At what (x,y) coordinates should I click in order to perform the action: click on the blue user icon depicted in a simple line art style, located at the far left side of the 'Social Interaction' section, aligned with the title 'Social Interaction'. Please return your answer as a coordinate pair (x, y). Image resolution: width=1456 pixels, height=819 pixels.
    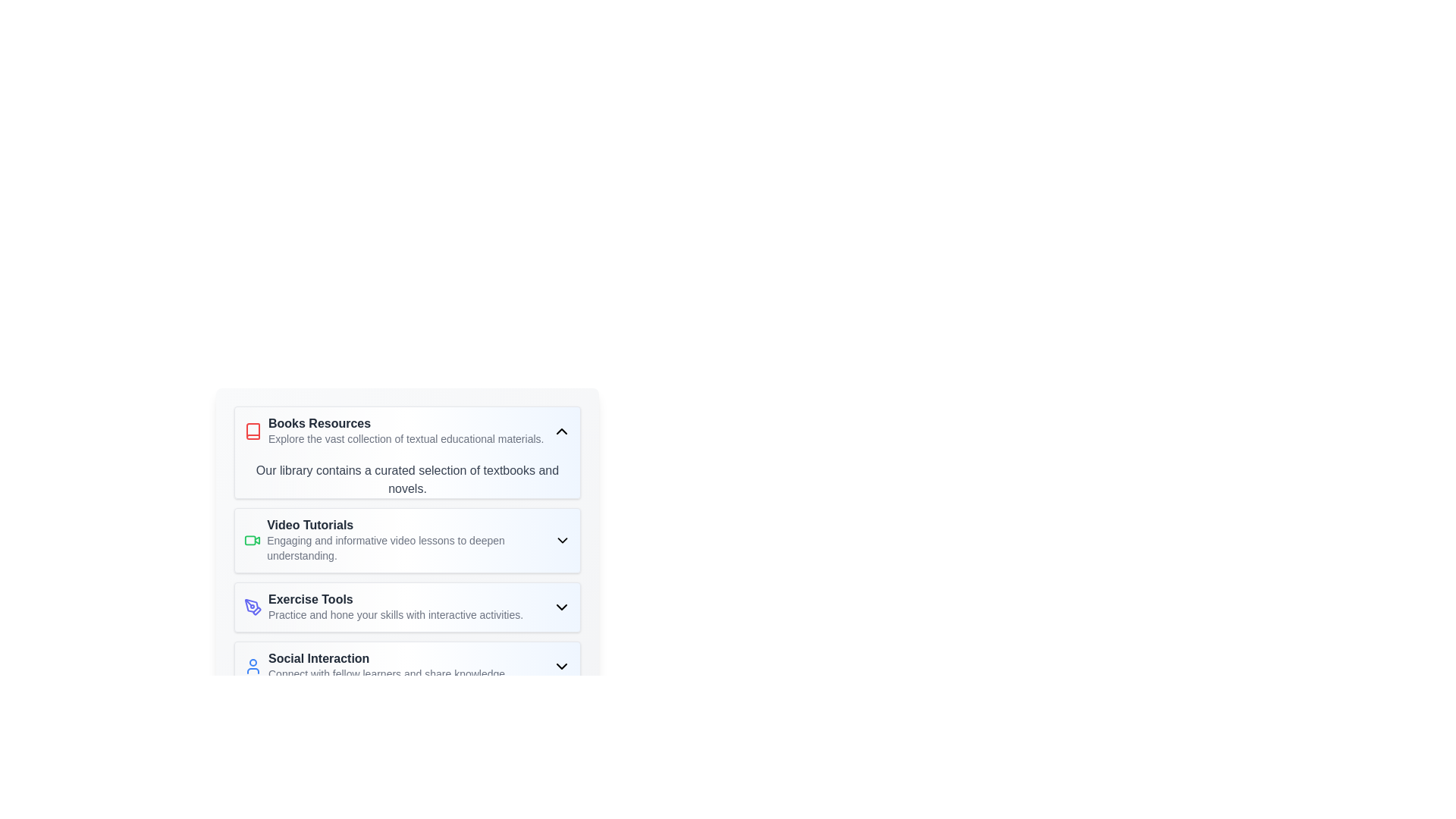
    Looking at the image, I should click on (253, 666).